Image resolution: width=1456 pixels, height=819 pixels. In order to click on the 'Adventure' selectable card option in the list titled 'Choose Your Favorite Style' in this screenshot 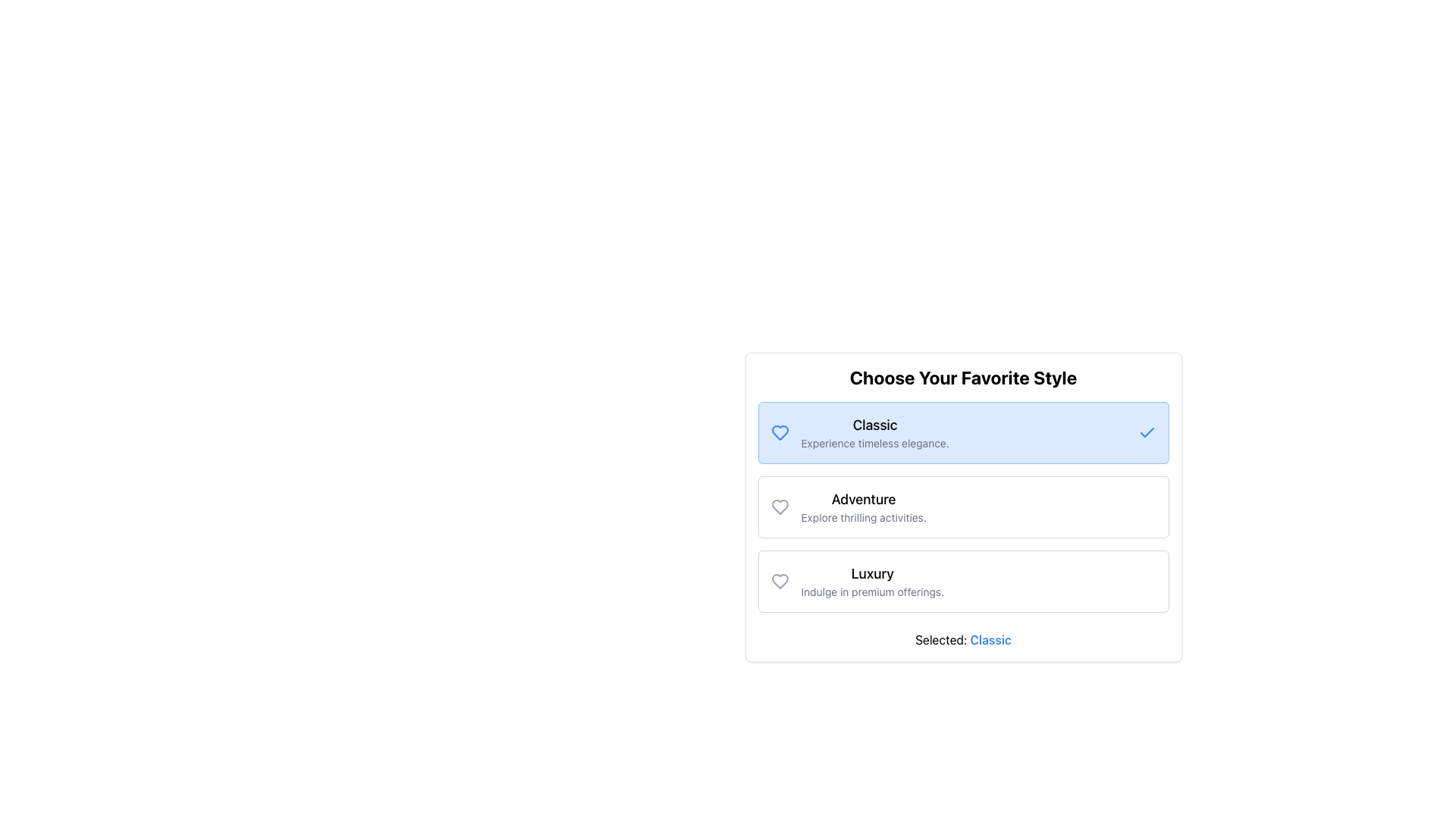, I will do `click(962, 507)`.